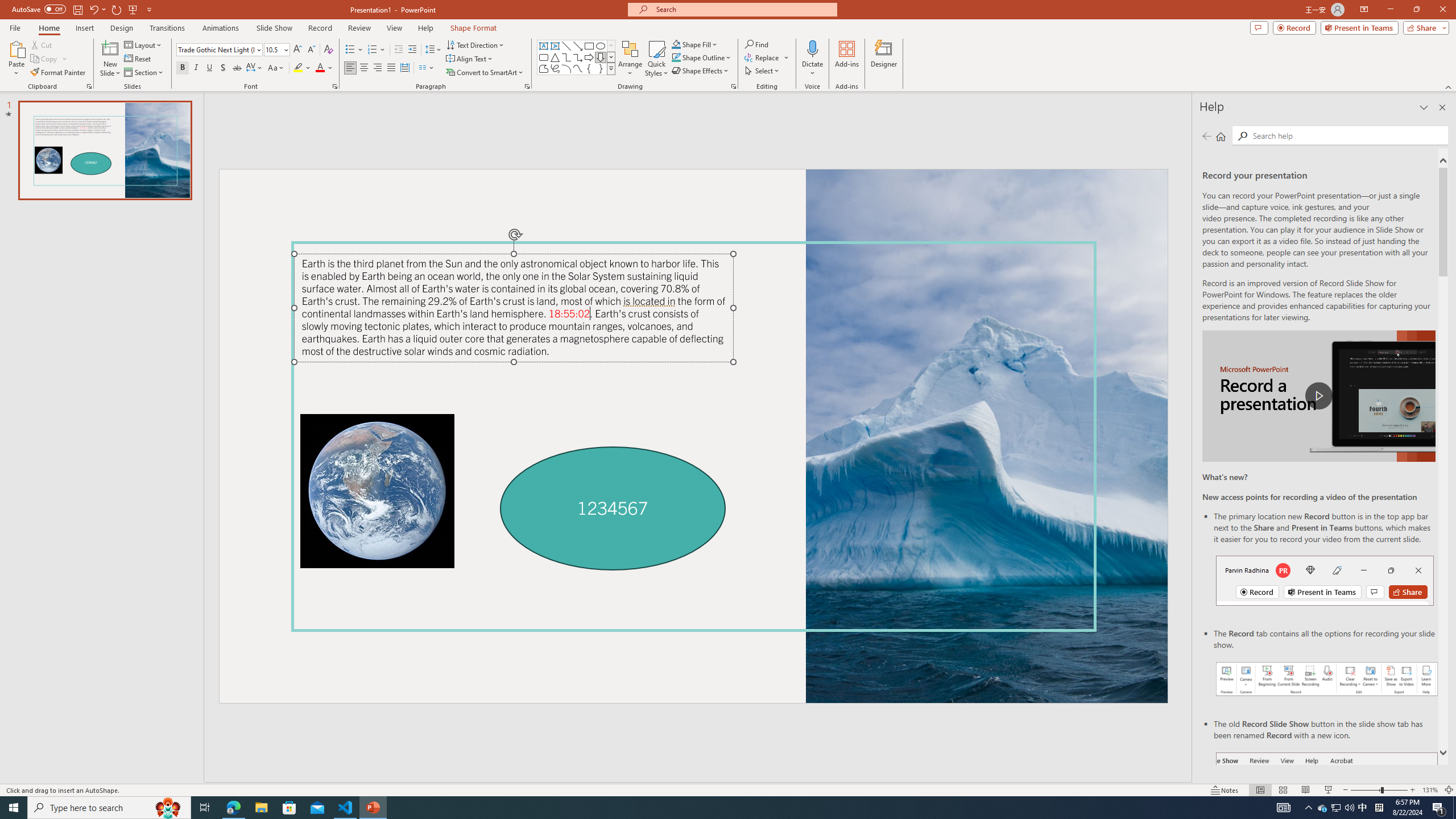 The width and height of the screenshot is (1456, 819). Describe the element at coordinates (311, 49) in the screenshot. I see `'Decrease Font Size'` at that location.